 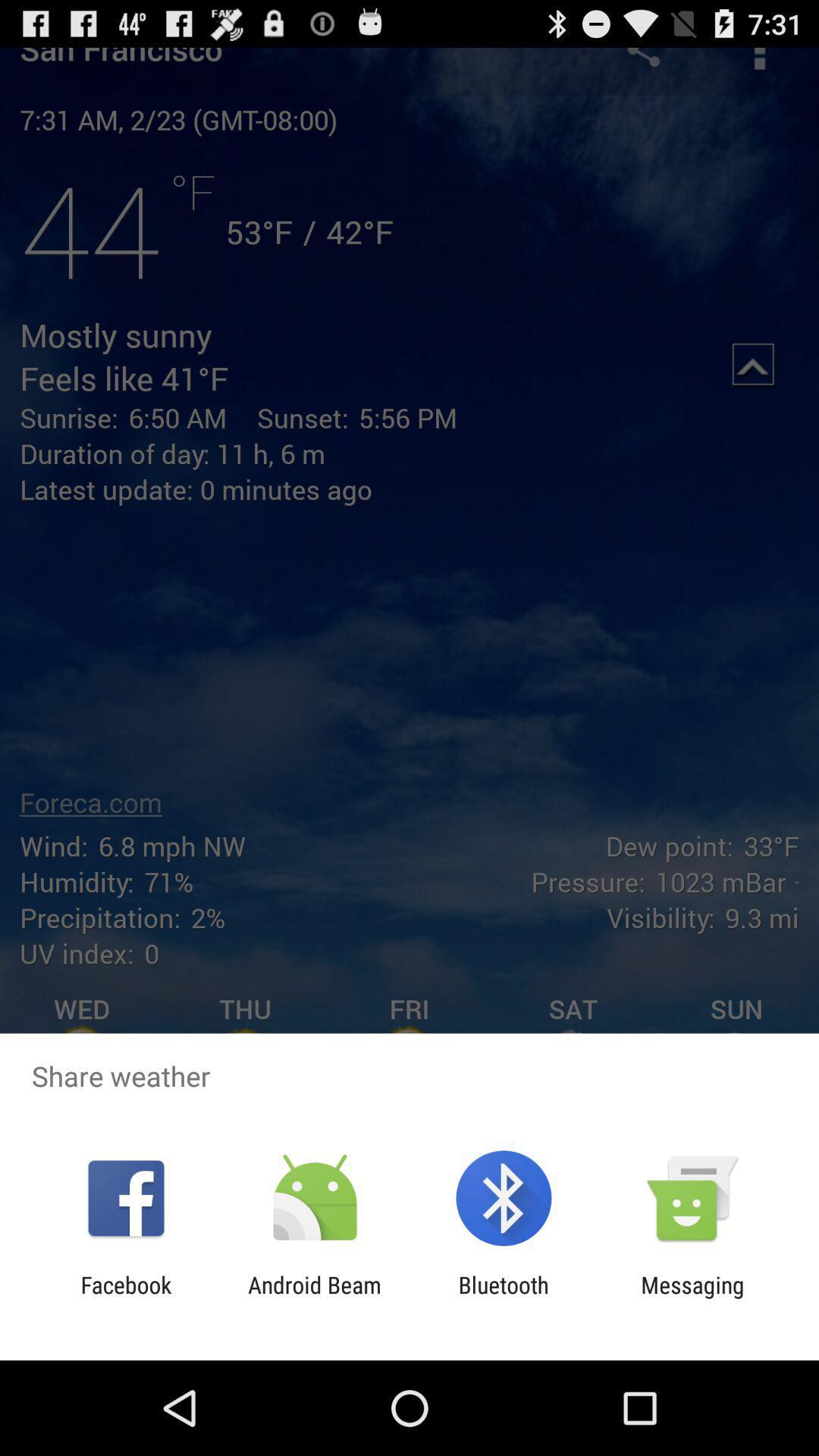 I want to click on the app to the left of the bluetooth item, so click(x=314, y=1298).